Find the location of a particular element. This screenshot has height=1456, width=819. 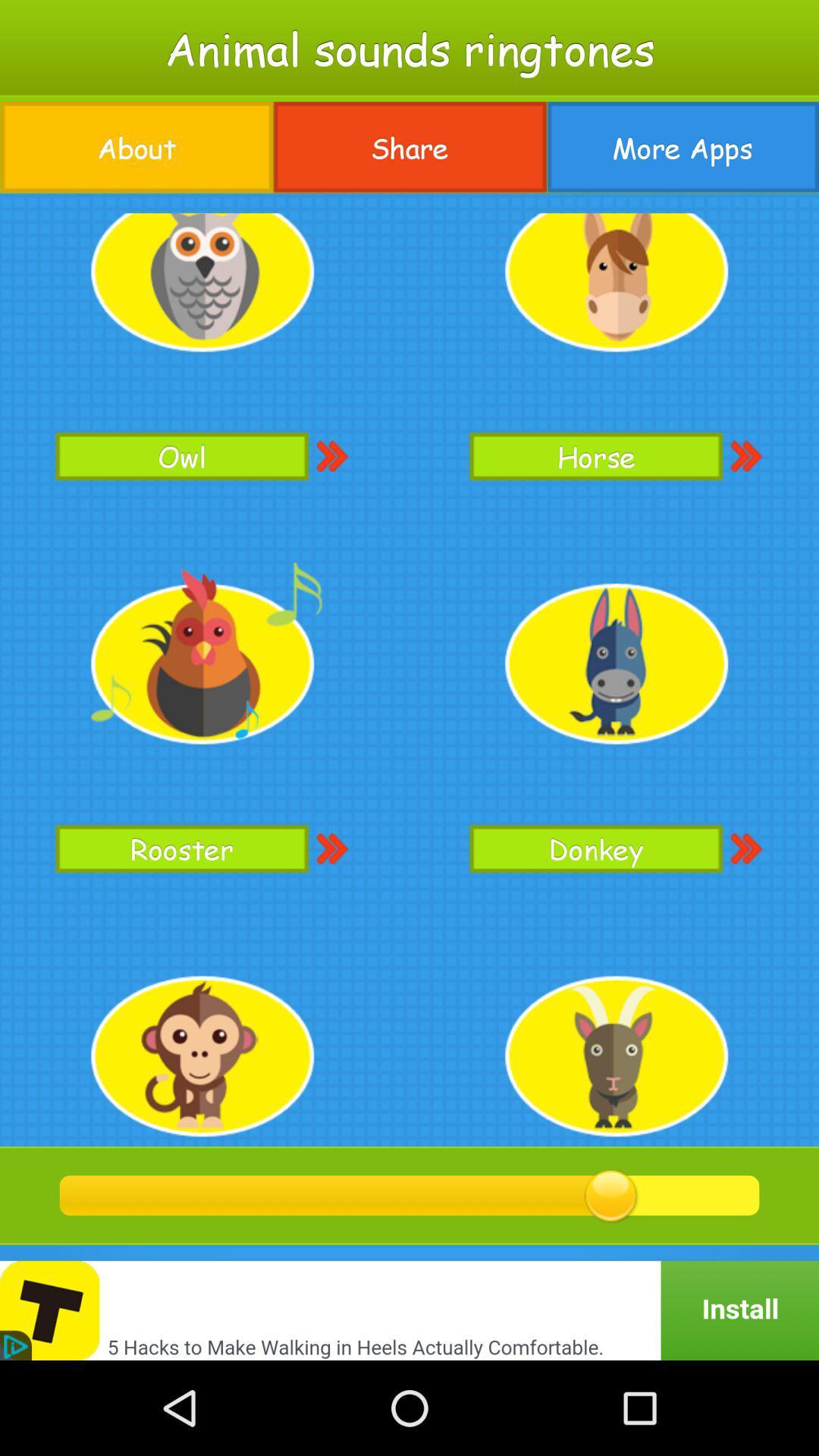

the icon to the right of share item is located at coordinates (682, 147).